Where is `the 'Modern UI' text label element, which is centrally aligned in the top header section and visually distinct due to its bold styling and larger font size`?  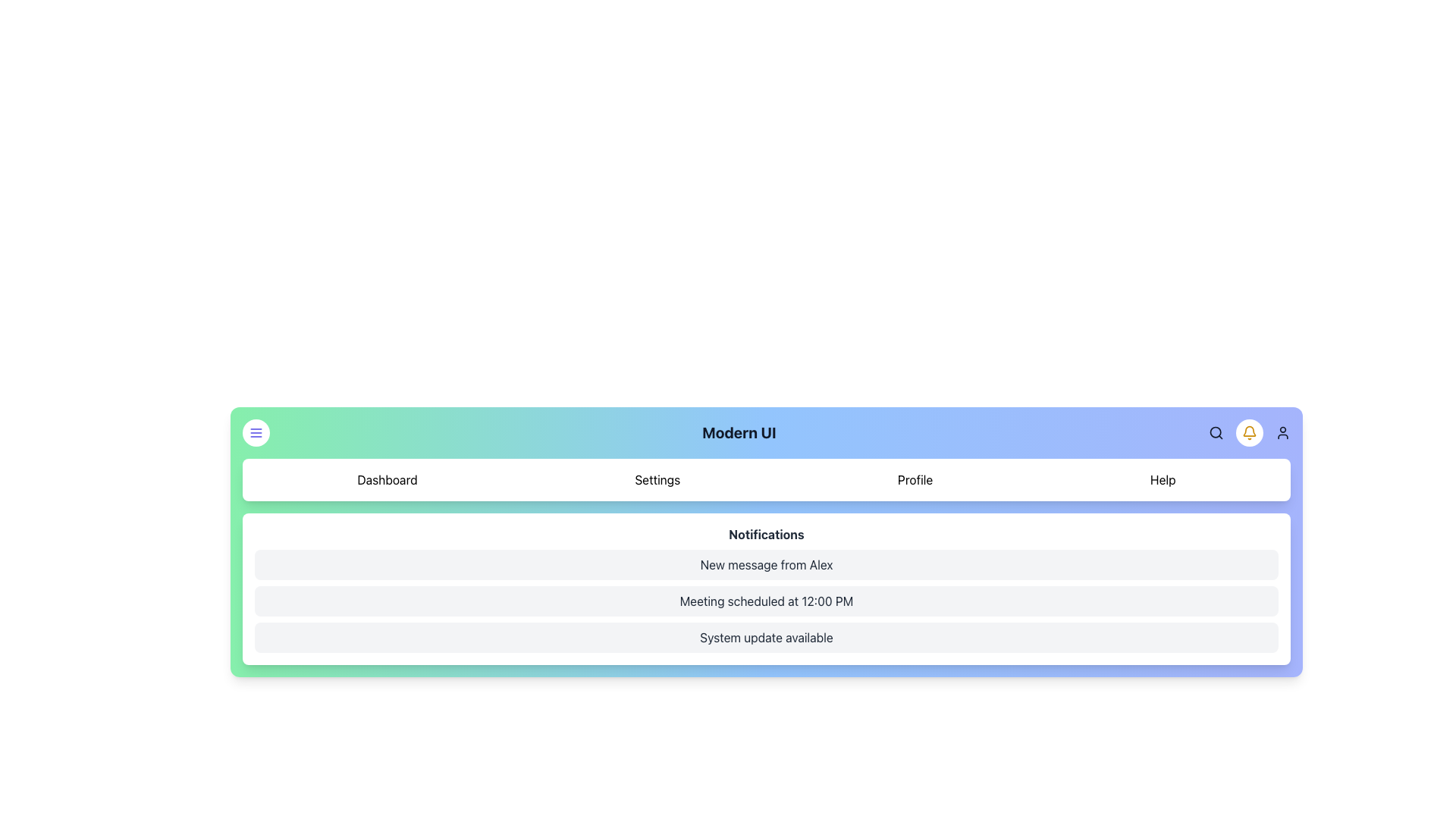
the 'Modern UI' text label element, which is centrally aligned in the top header section and visually distinct due to its bold styling and larger font size is located at coordinates (767, 432).